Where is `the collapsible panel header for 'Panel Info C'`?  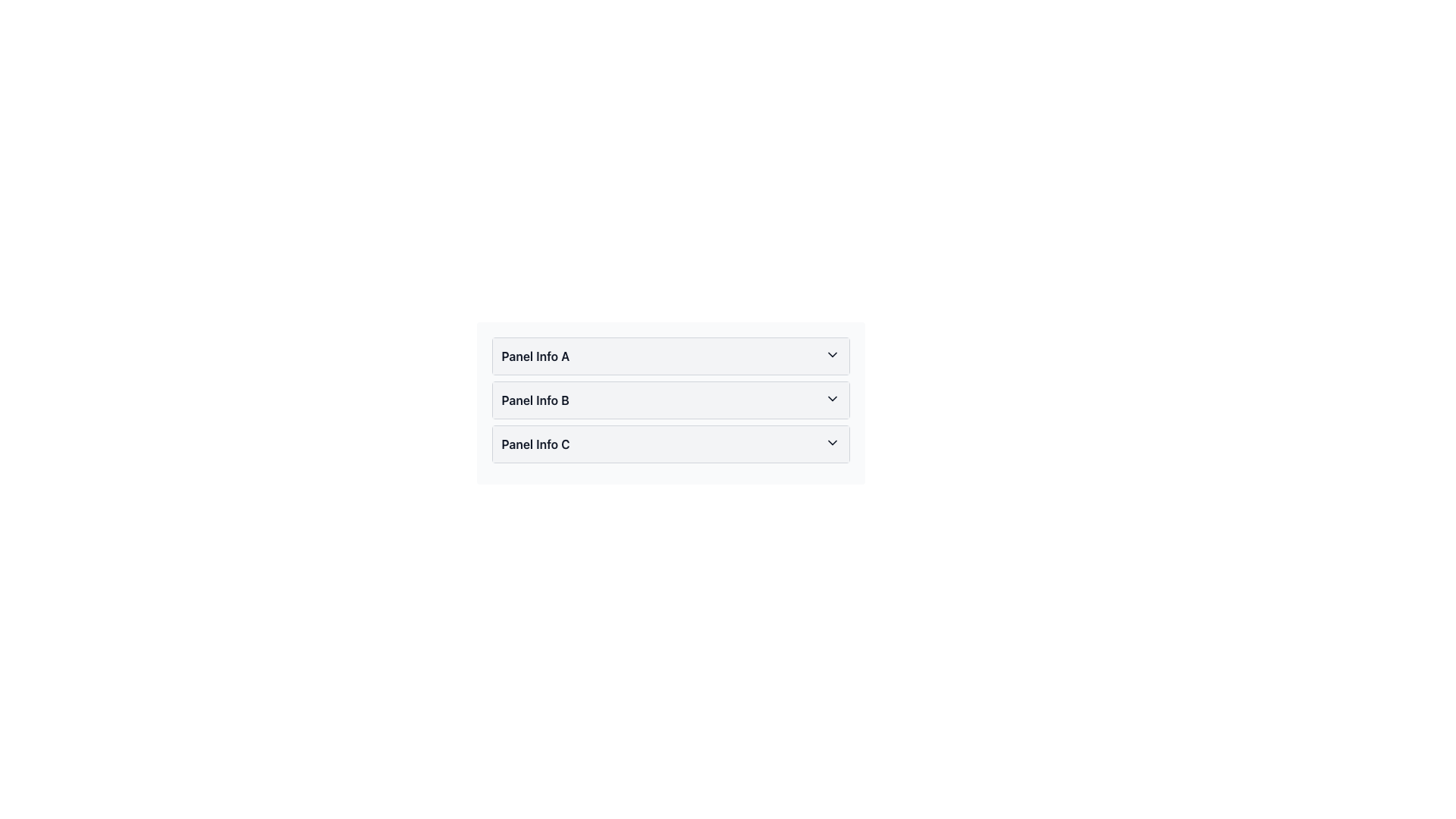 the collapsible panel header for 'Panel Info C' is located at coordinates (670, 444).